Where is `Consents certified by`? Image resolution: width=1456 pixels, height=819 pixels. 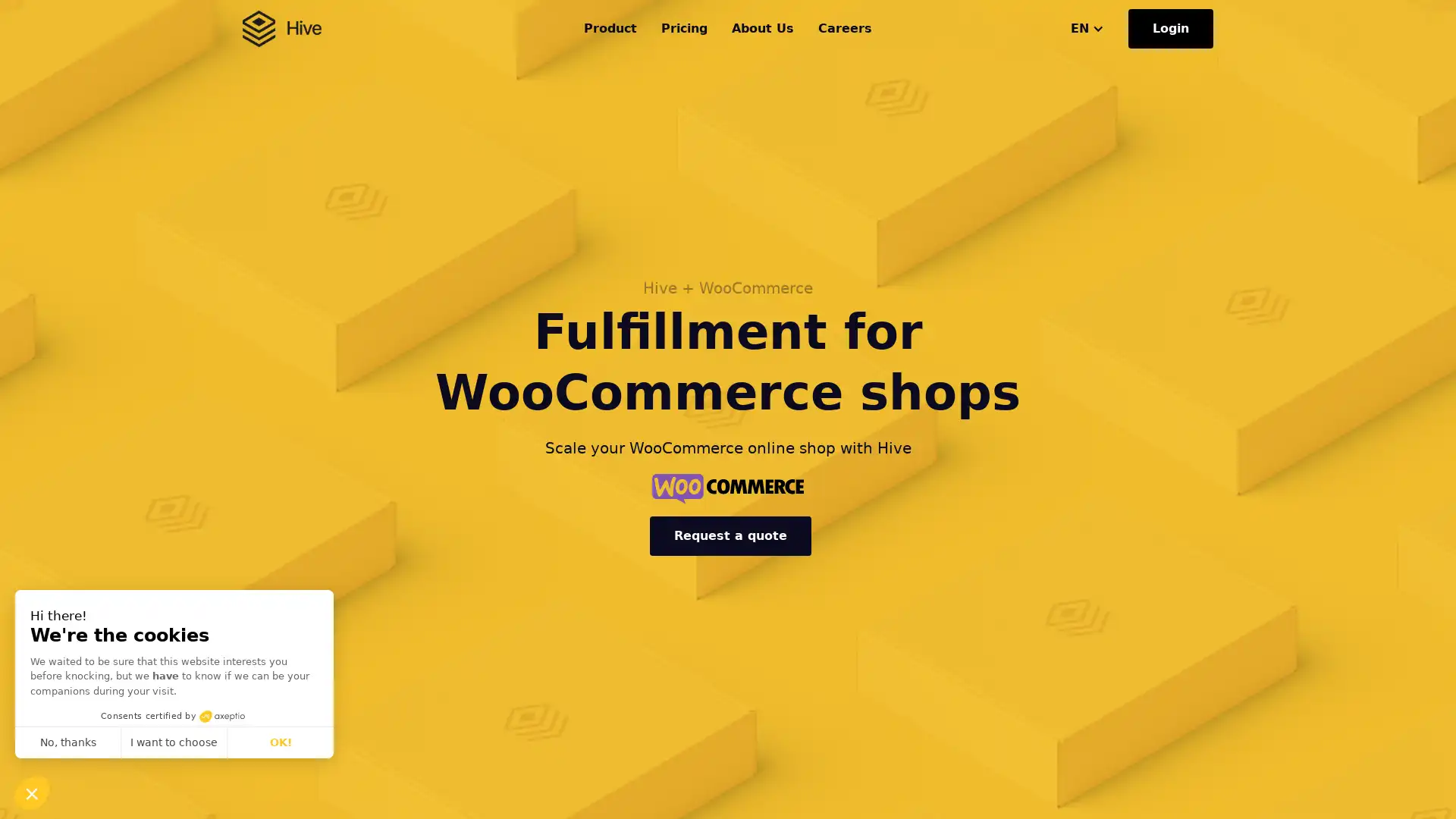 Consents certified by is located at coordinates (174, 716).